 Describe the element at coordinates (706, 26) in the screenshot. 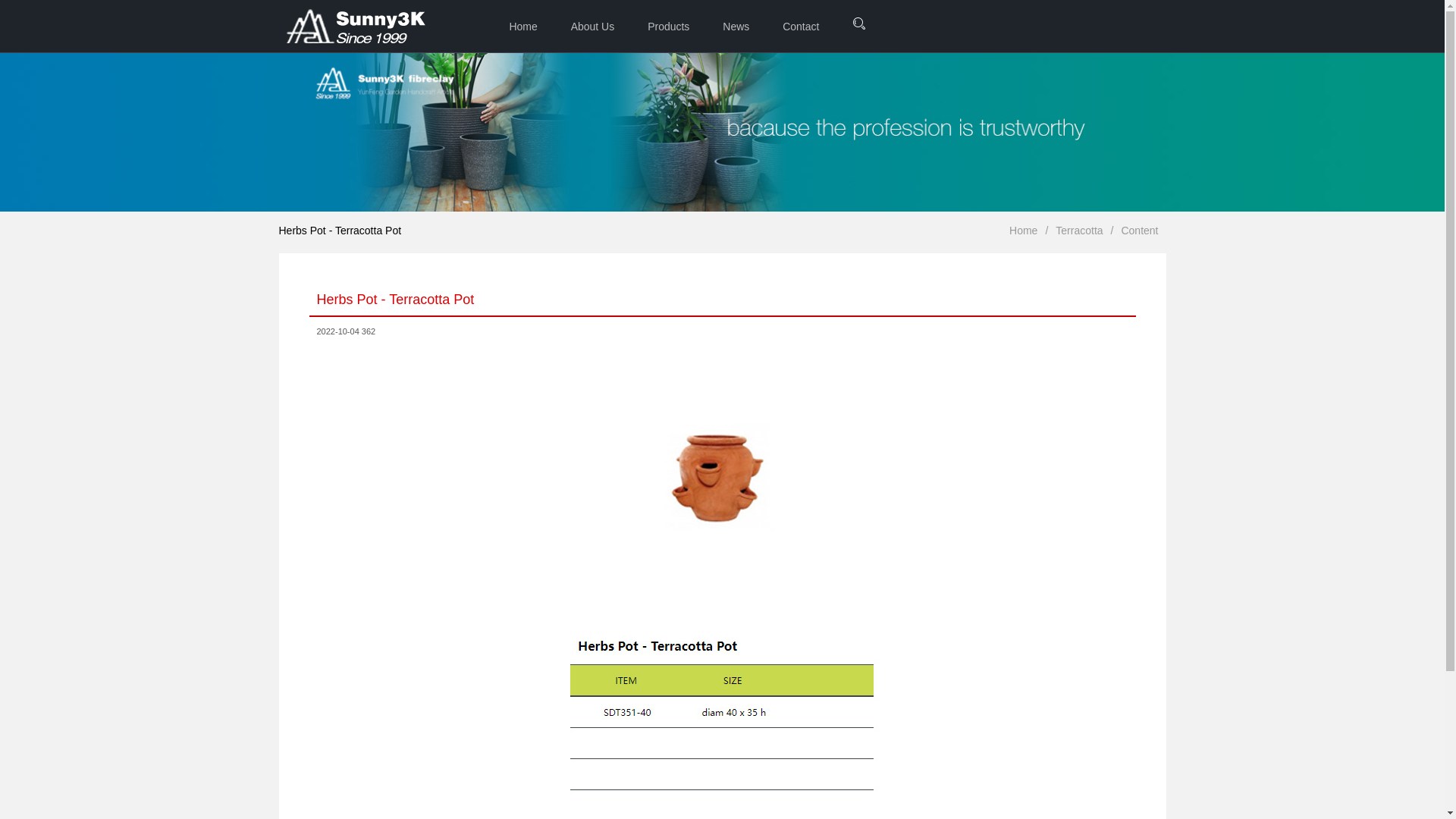

I see `'News'` at that location.